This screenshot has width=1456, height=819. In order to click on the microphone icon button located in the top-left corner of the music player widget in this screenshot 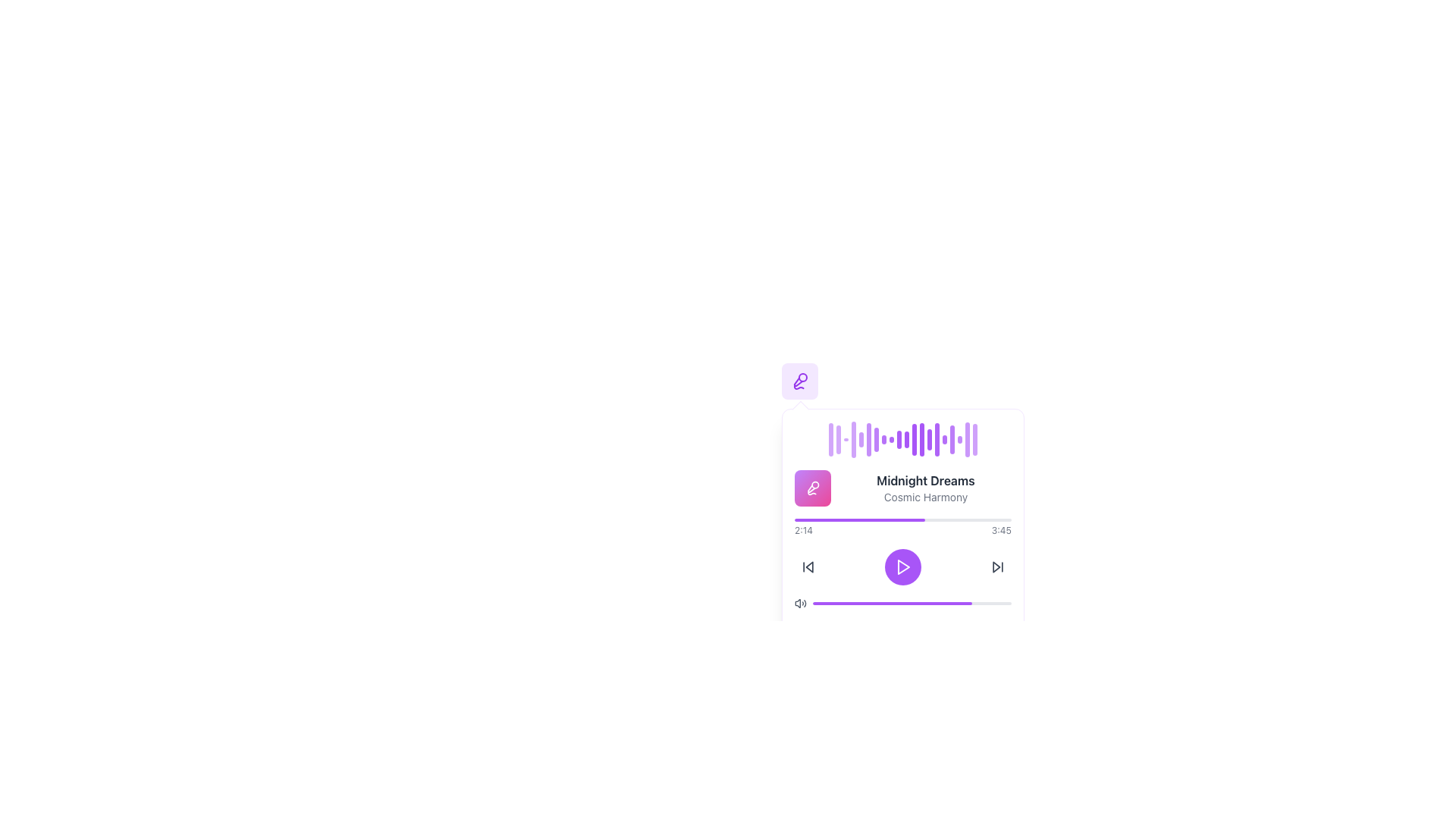, I will do `click(799, 380)`.